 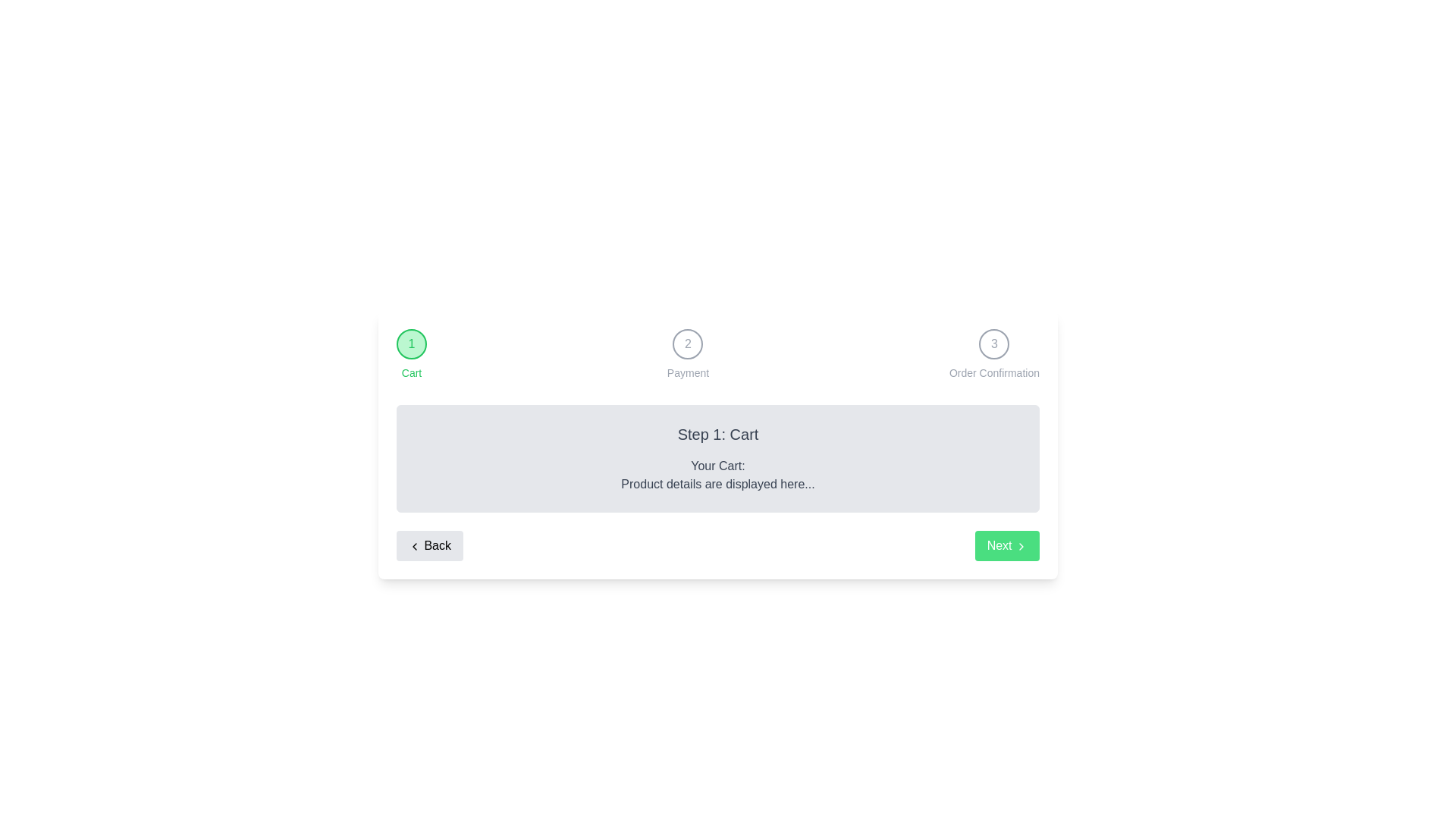 I want to click on the 'Next' button to navigate to the next step, so click(x=1007, y=546).